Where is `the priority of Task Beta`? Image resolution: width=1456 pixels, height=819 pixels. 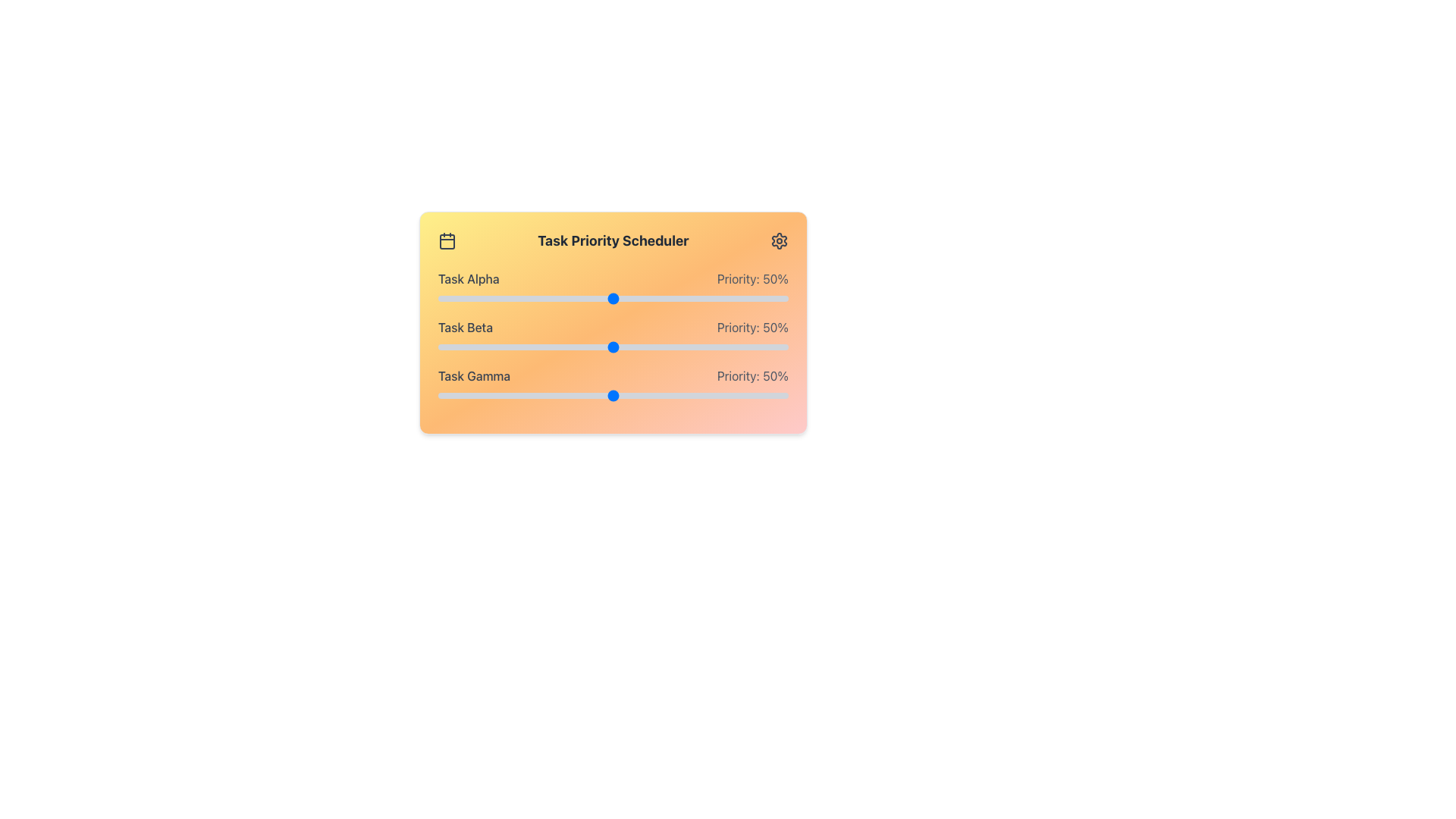
the priority of Task Beta is located at coordinates (437, 347).